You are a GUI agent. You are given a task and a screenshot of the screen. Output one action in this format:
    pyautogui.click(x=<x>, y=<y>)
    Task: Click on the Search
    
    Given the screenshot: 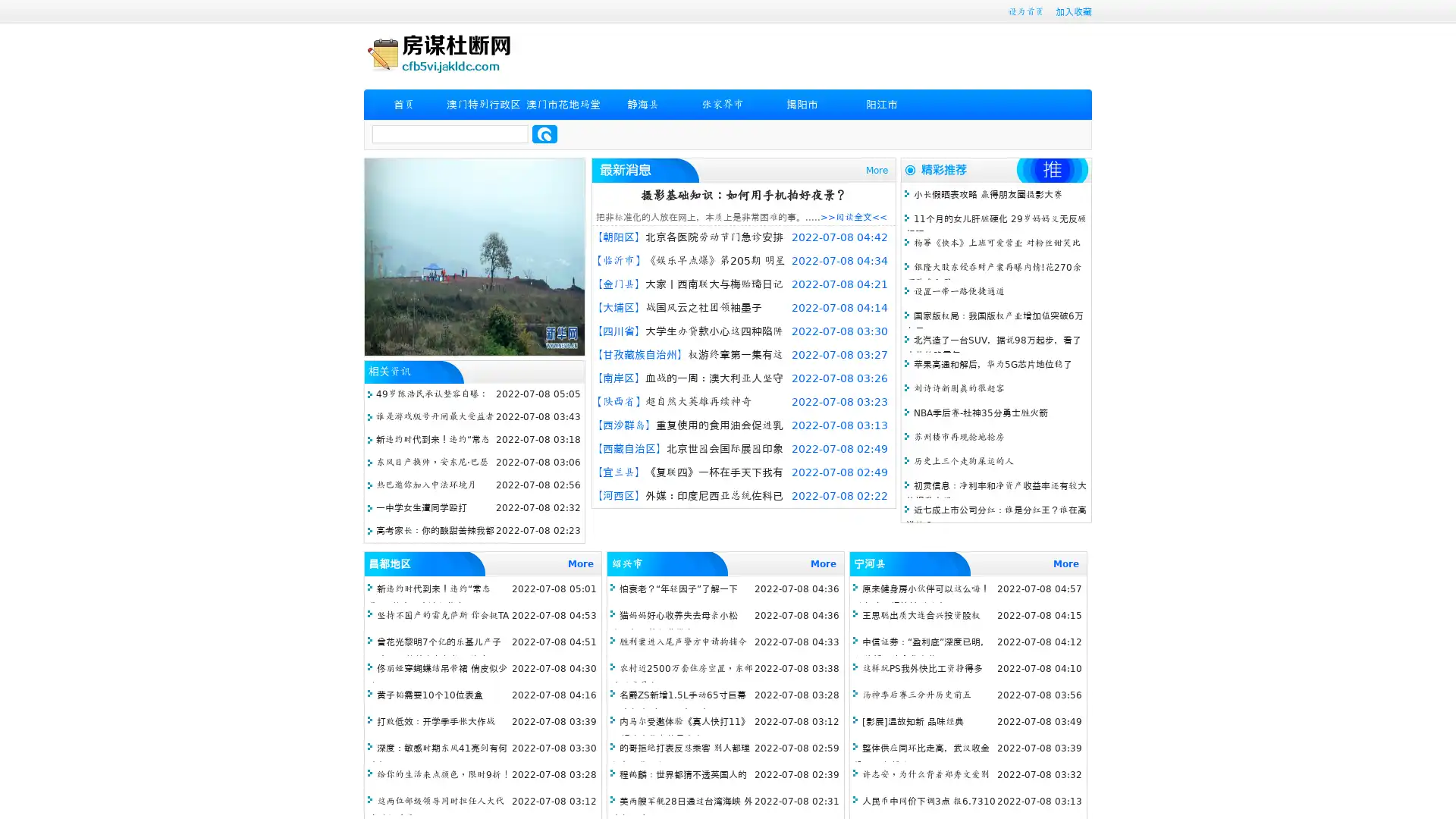 What is the action you would take?
    pyautogui.click(x=544, y=133)
    